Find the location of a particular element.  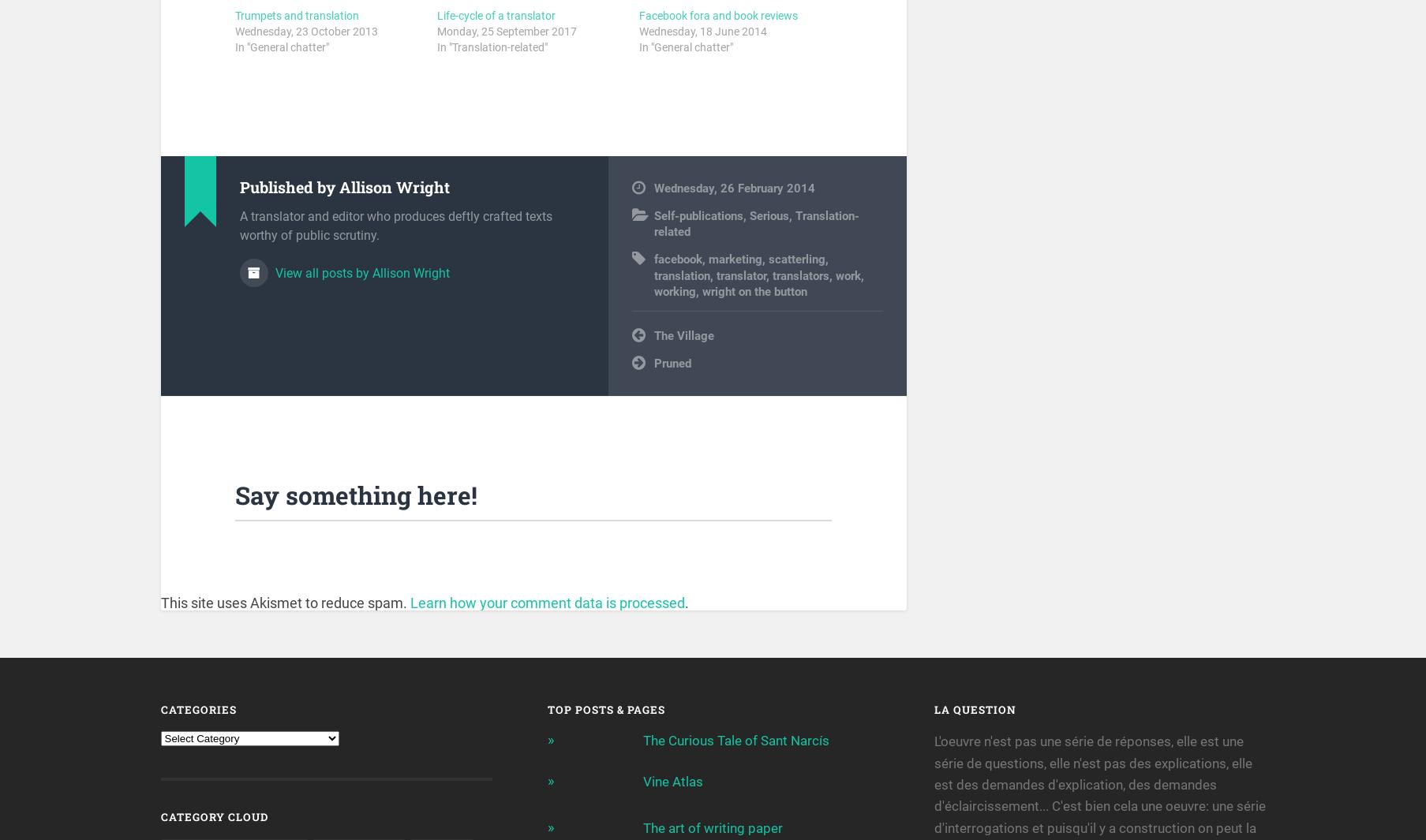

'Category Cloud' is located at coordinates (159, 819).